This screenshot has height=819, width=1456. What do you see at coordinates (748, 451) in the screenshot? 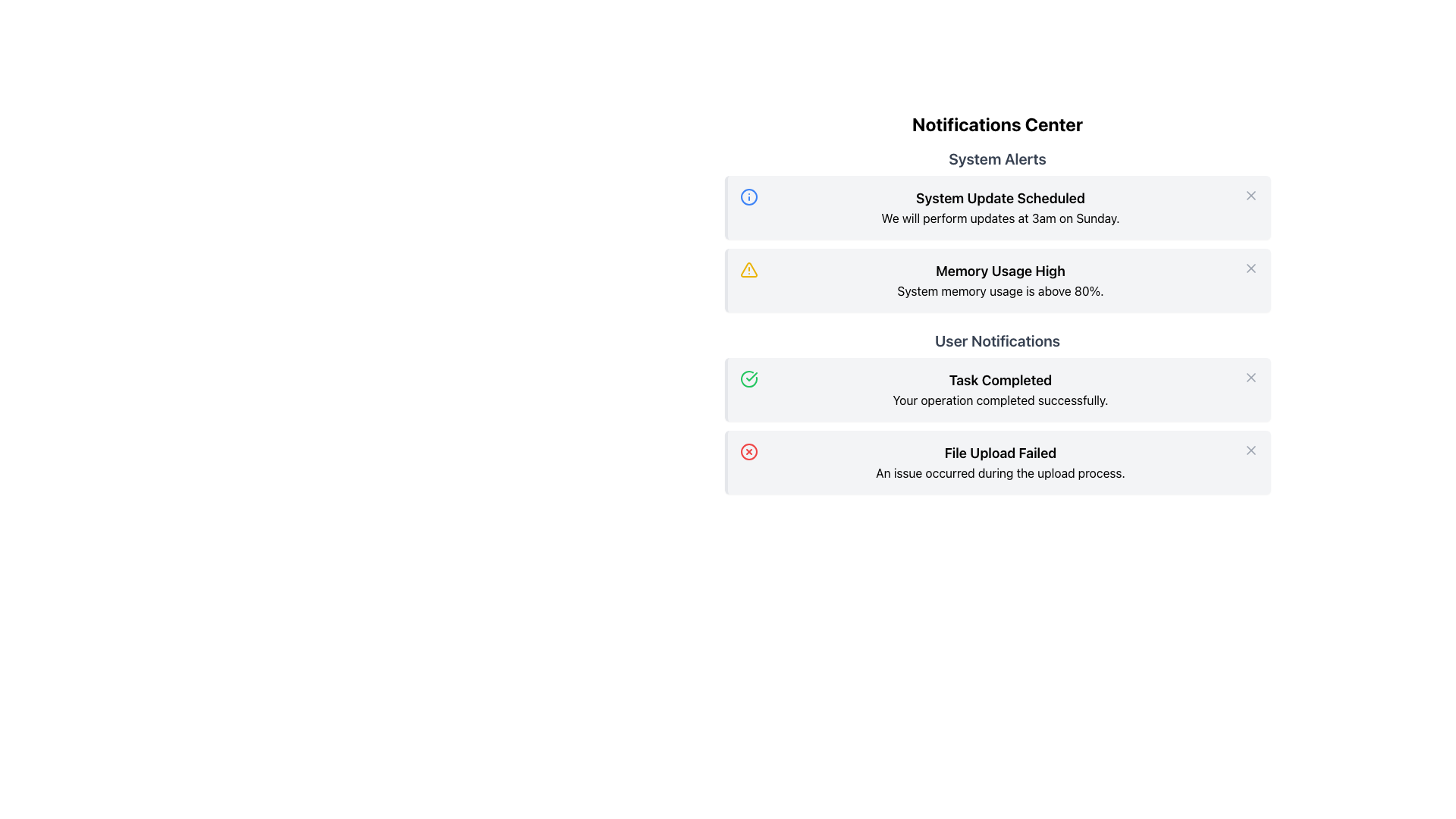
I see `the error icon indicating 'File Upload Failed' located at the left side of the notification card` at bounding box center [748, 451].